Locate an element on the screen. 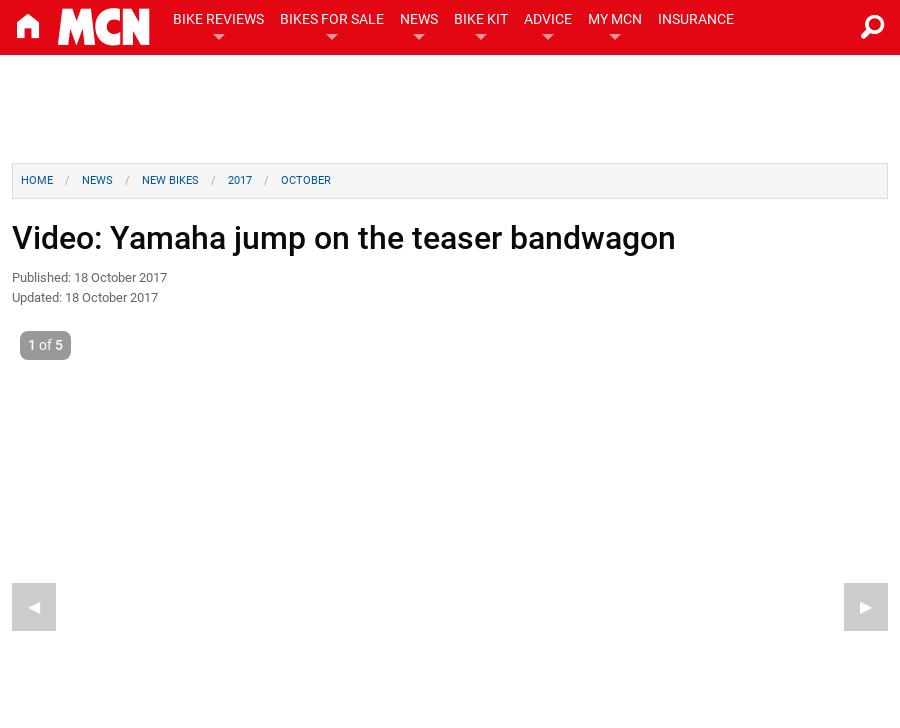 The height and width of the screenshot is (728, 900). 'News' is located at coordinates (96, 180).